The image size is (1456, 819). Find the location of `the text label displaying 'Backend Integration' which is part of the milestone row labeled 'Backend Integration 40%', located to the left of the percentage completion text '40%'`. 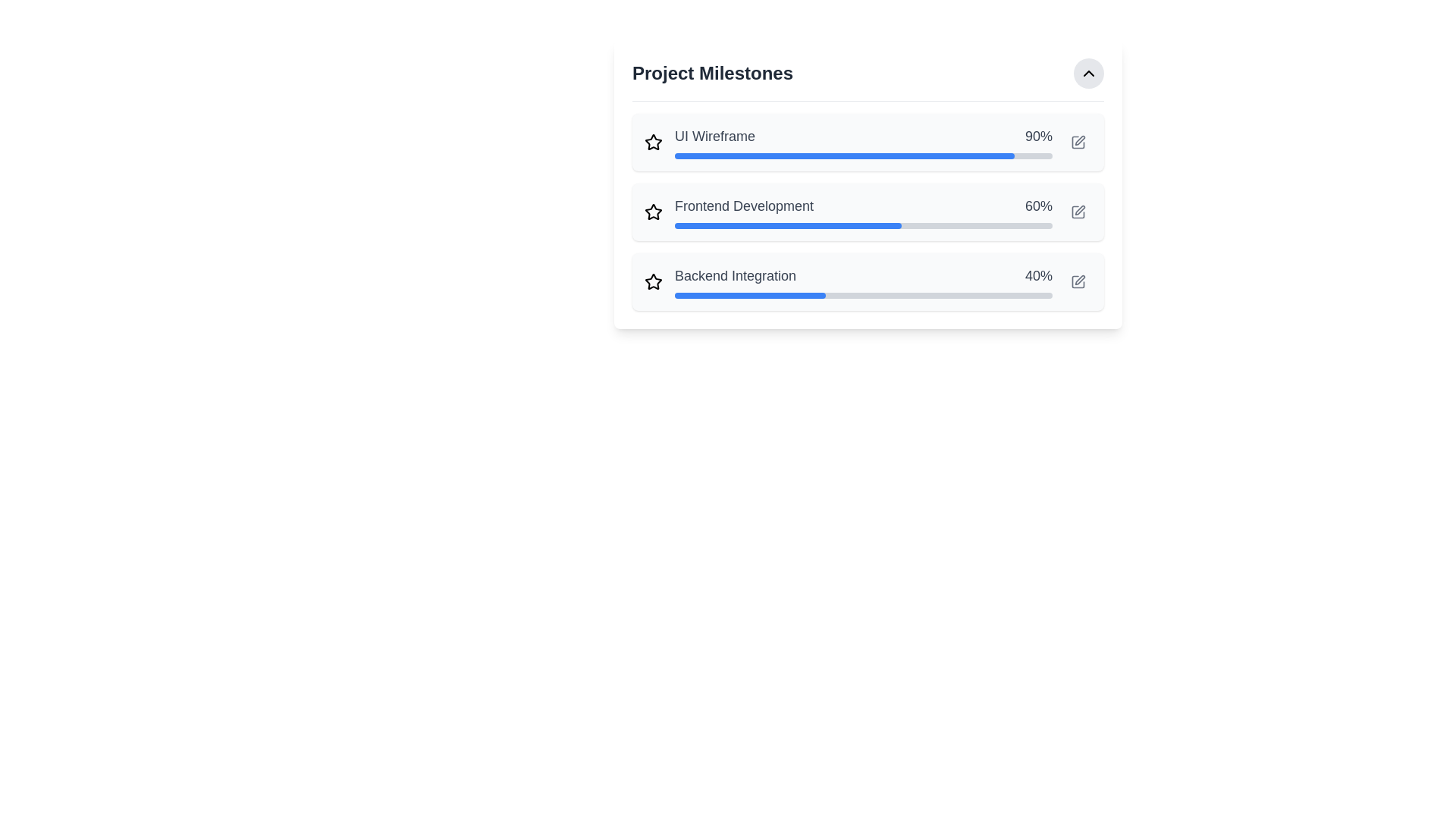

the text label displaying 'Backend Integration' which is part of the milestone row labeled 'Backend Integration 40%', located to the left of the percentage completion text '40%' is located at coordinates (735, 275).